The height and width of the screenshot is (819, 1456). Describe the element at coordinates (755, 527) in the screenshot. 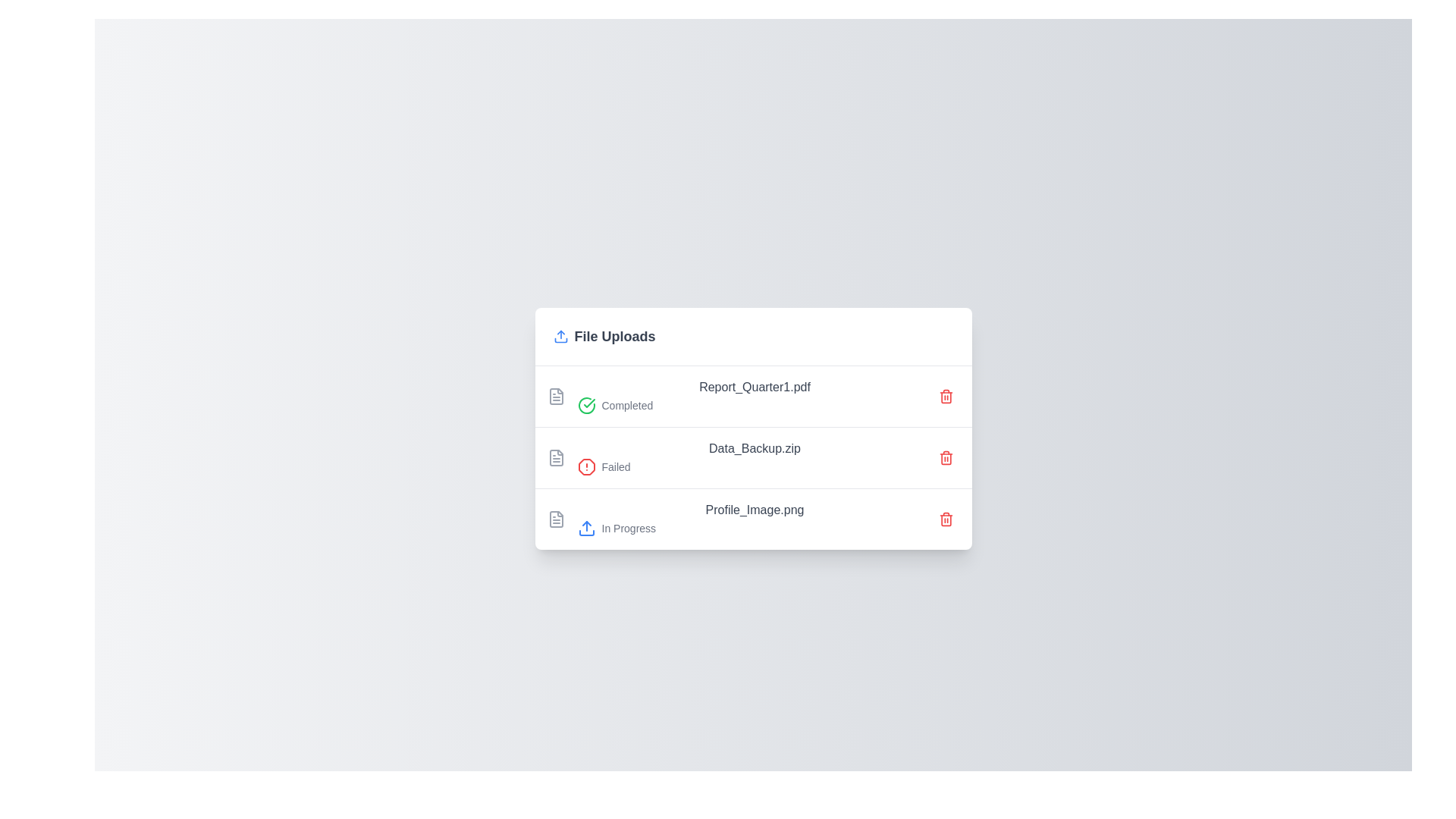

I see `the Status Indicator for the file 'Profile_Image.png', which shows the upload status currently in progress, located in the third row of the upload status table, to the left of the row's center` at that location.